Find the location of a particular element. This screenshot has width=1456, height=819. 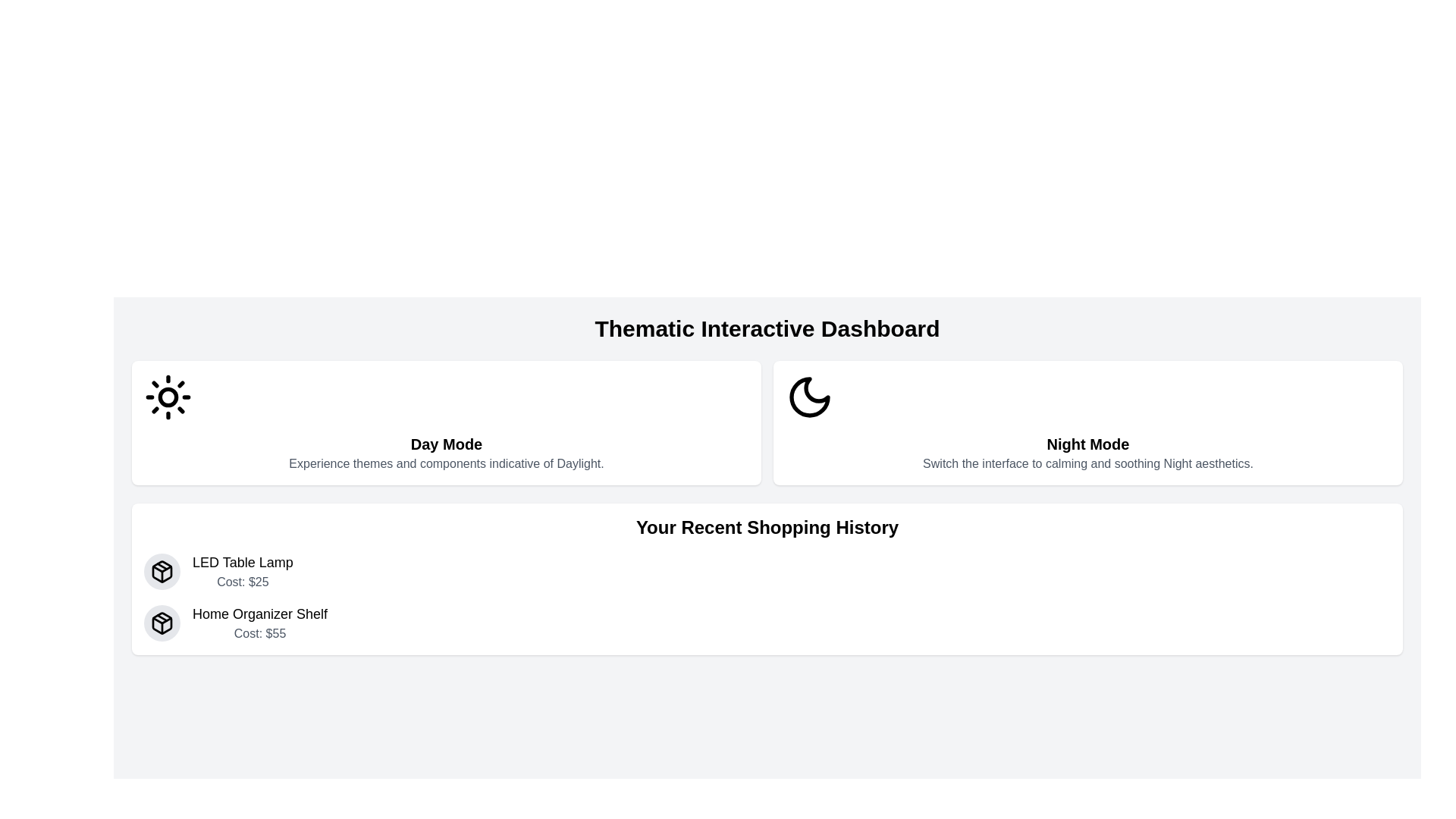

Decorative Icon resembling a sun with rays, located in the 'Day Mode' section, positioned above the 'Day Mode' text is located at coordinates (168, 397).